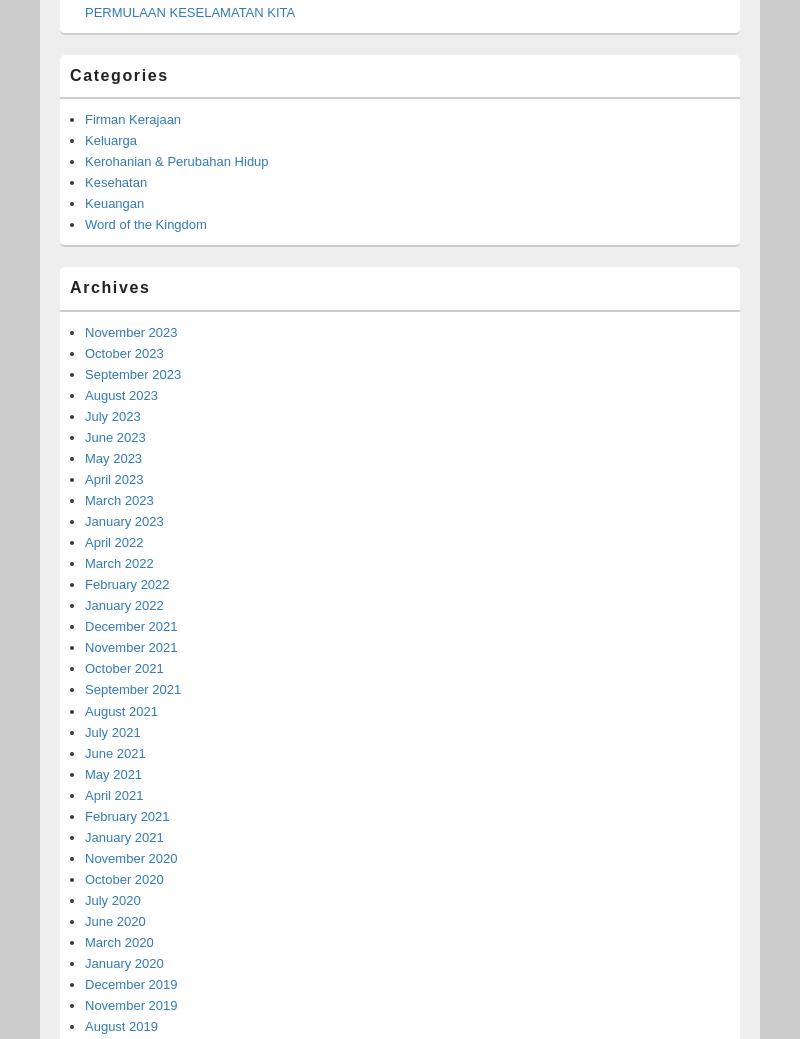 Image resolution: width=800 pixels, height=1039 pixels. What do you see at coordinates (126, 814) in the screenshot?
I see `'February 2021'` at bounding box center [126, 814].